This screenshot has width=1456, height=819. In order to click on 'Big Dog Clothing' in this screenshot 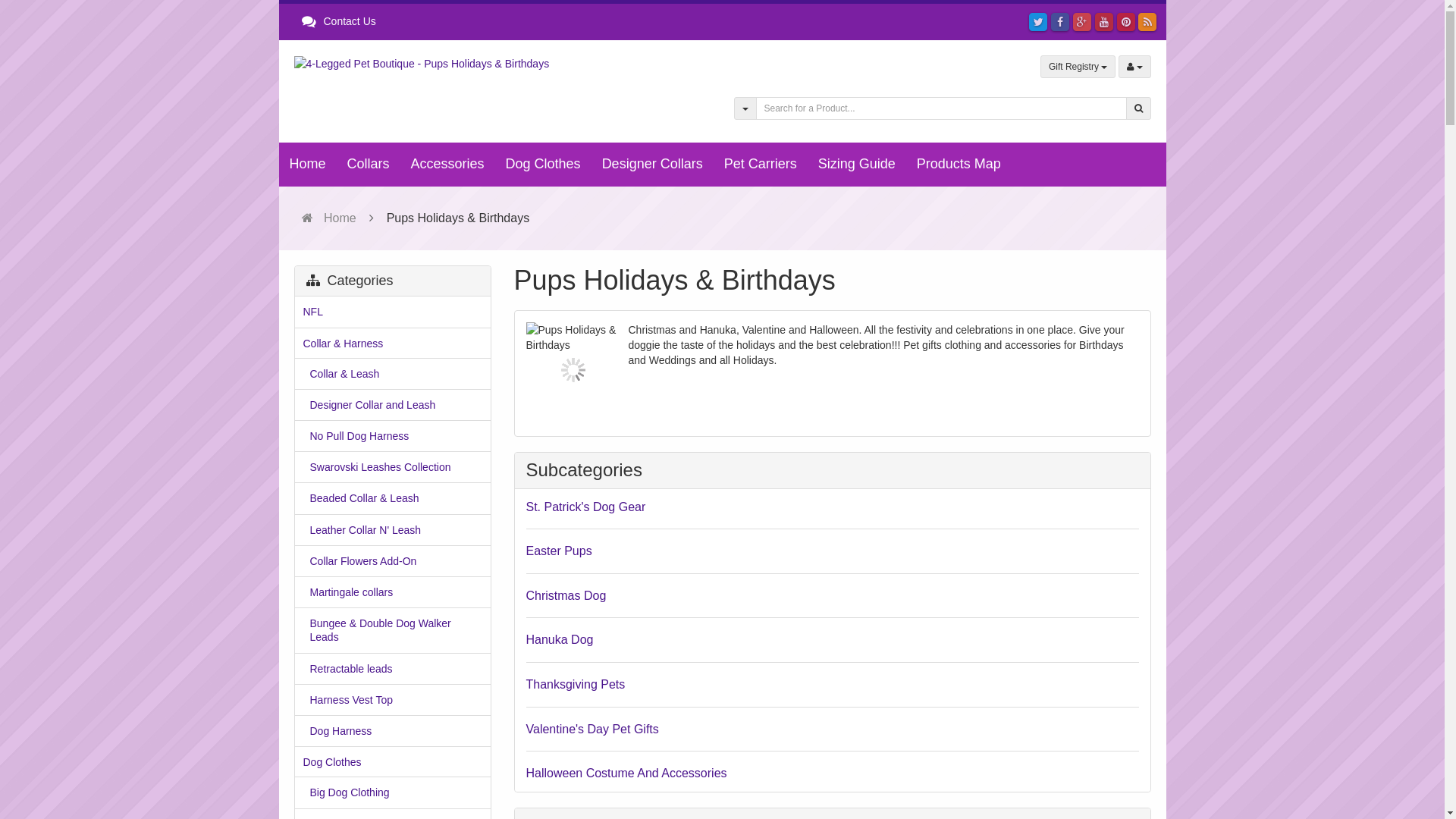, I will do `click(294, 791)`.